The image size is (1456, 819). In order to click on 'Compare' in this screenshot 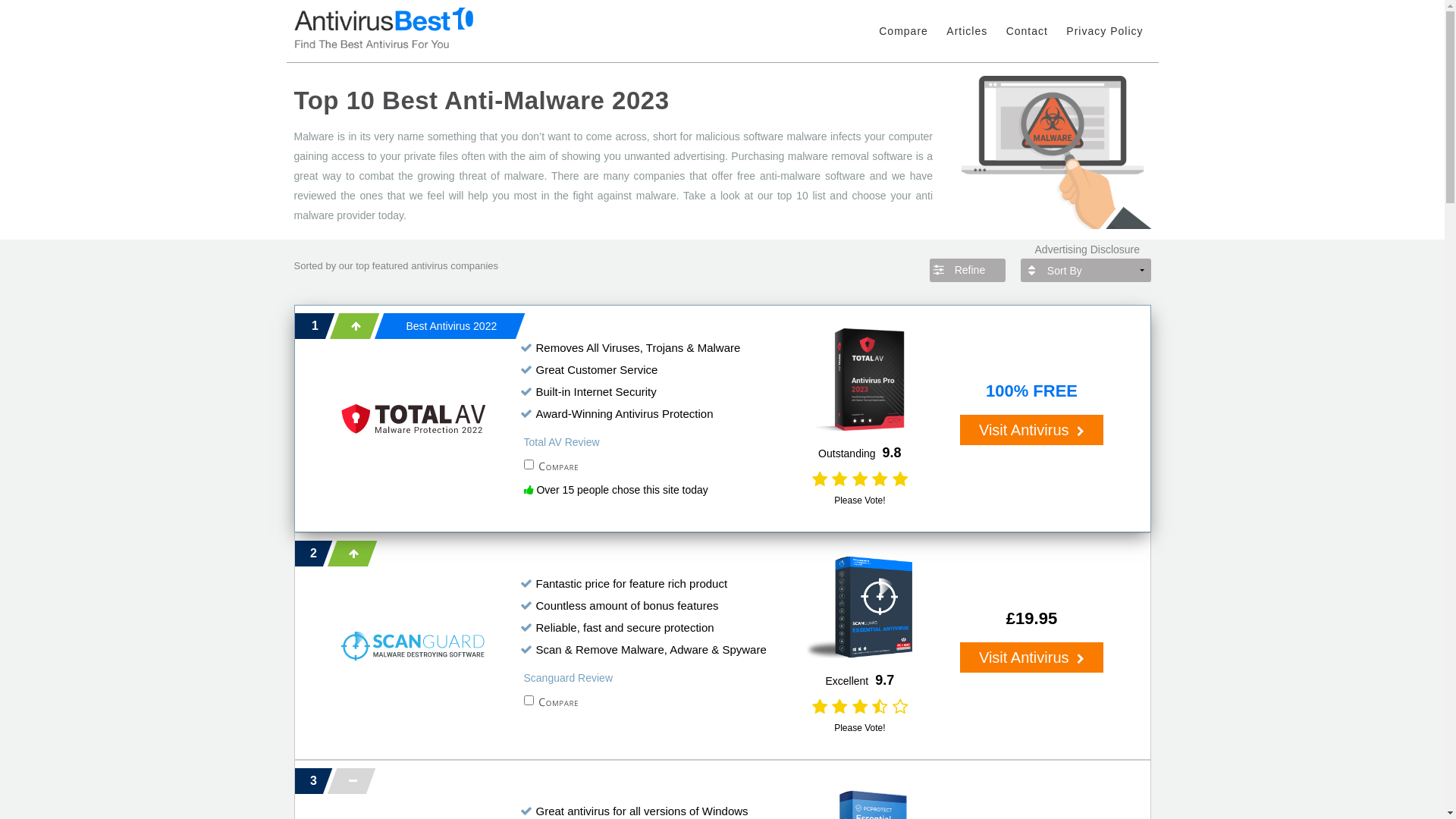, I will do `click(903, 37)`.